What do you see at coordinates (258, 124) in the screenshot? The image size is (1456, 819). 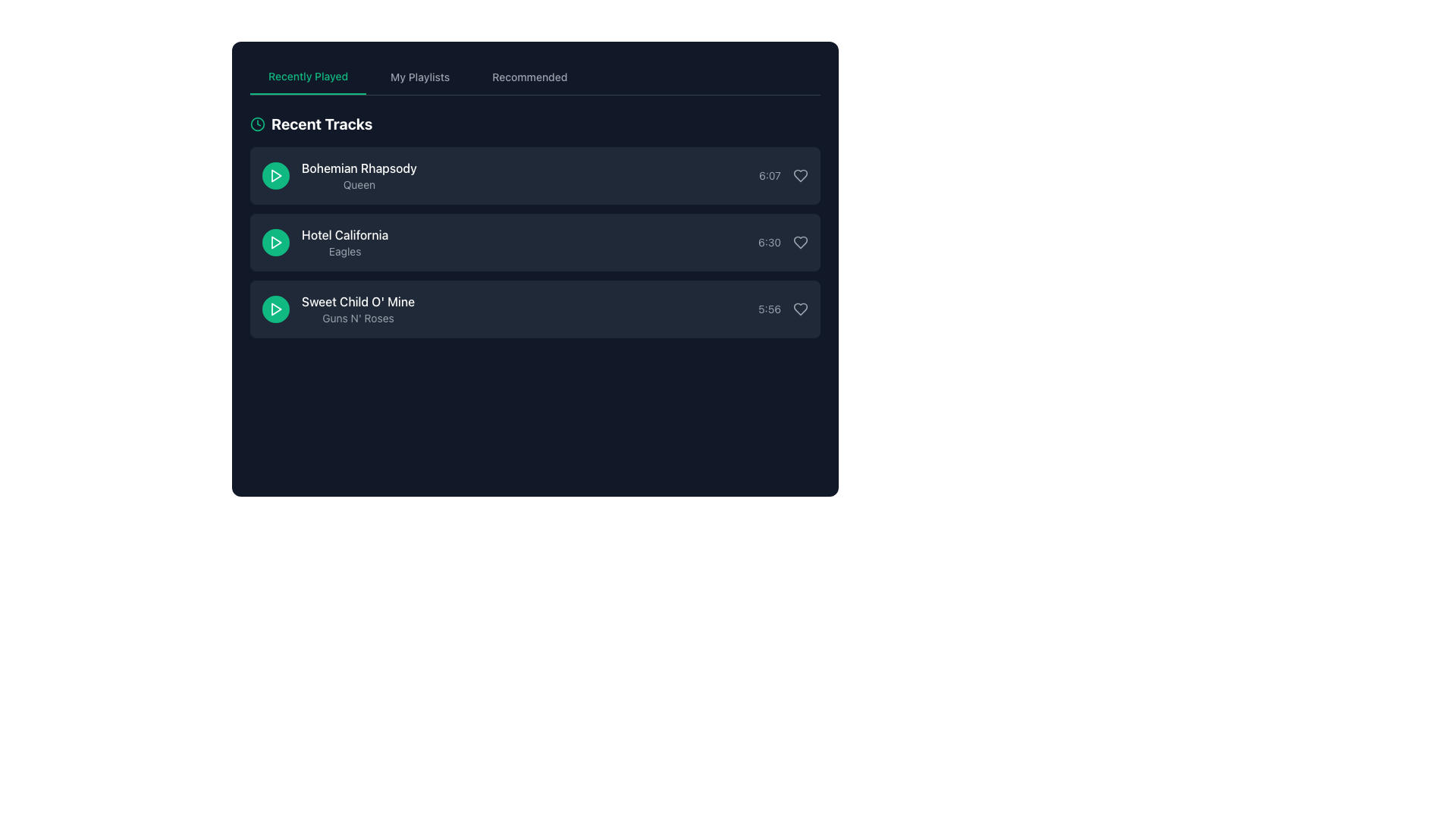 I see `the SVG circle graphic with a green border, which is centered within the clock icon, located near the top-left corner of the interface adjacent to the heading 'Recent Tracks'` at bounding box center [258, 124].